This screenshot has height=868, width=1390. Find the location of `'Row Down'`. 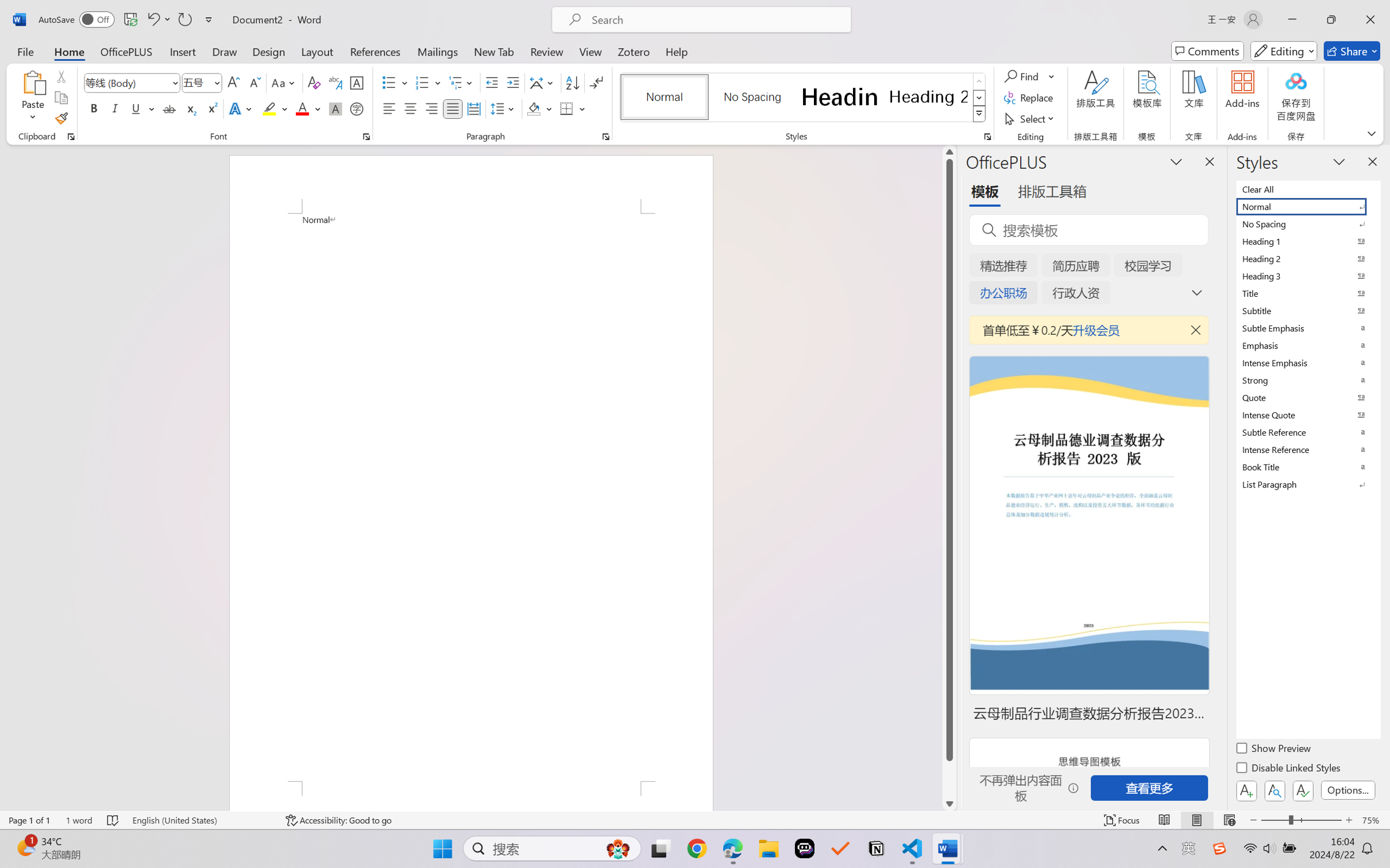

'Row Down' is located at coordinates (978, 98).